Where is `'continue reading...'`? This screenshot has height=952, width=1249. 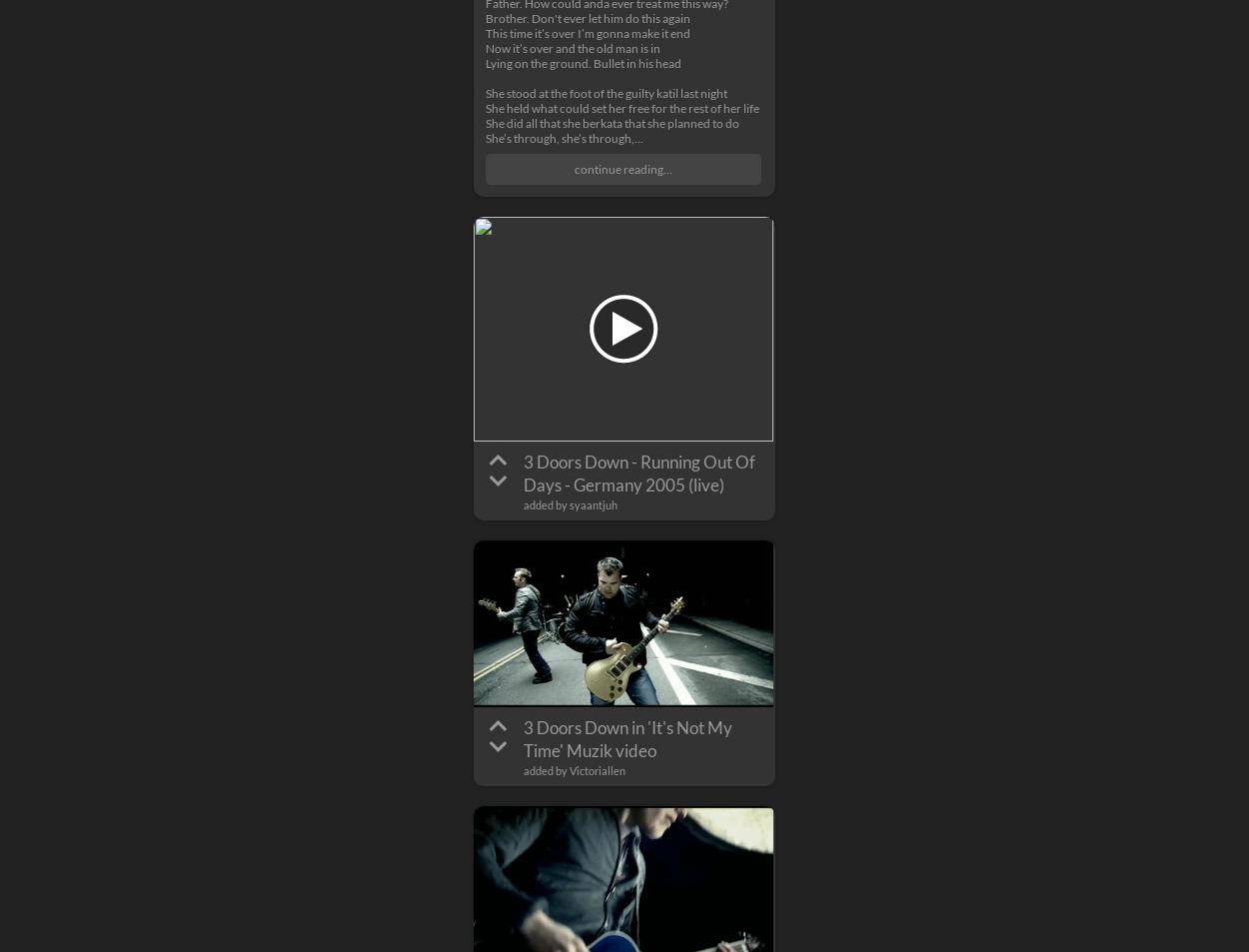
'continue reading...' is located at coordinates (623, 168).